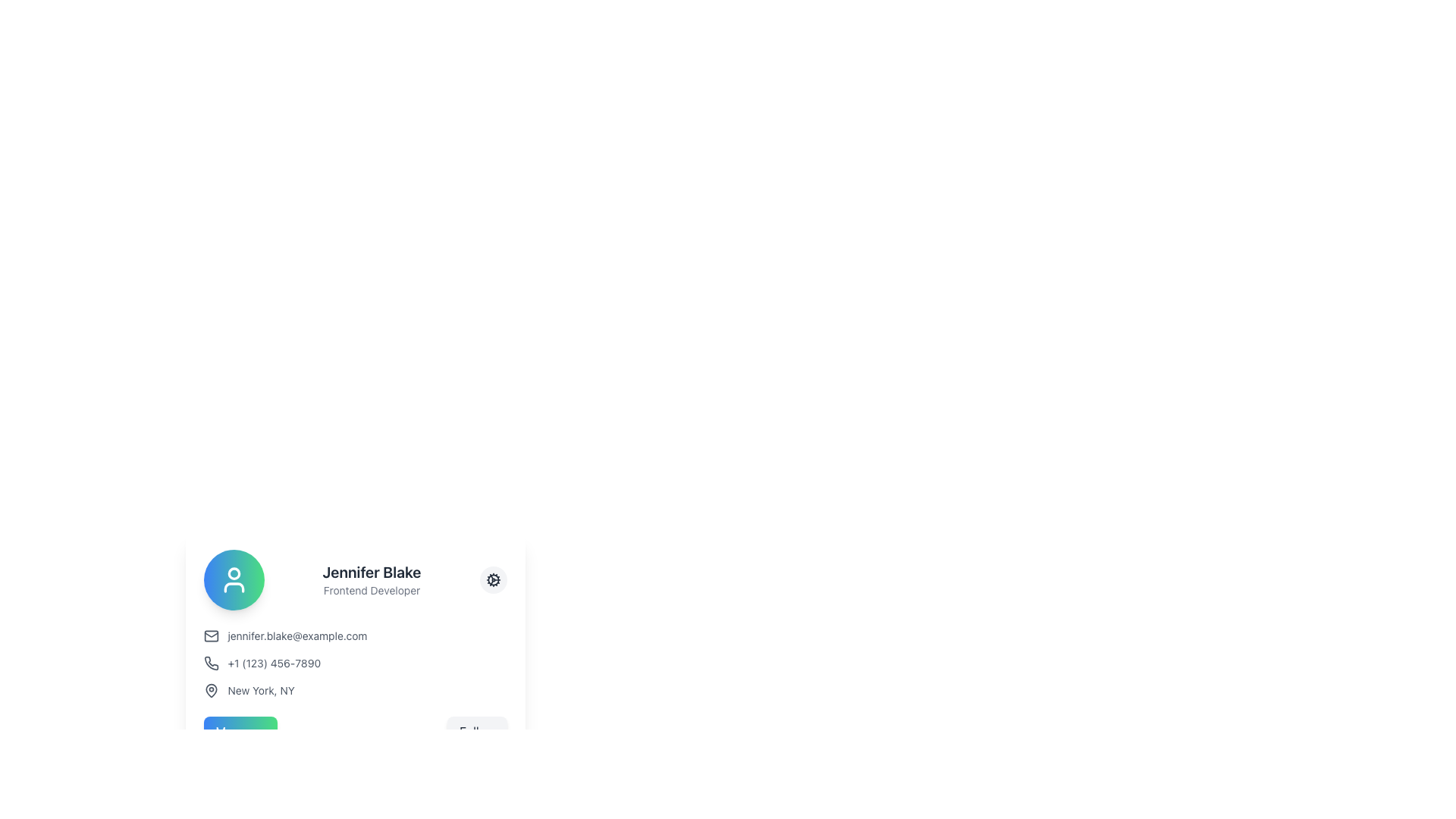  Describe the element at coordinates (210, 635) in the screenshot. I see `the envelope flap icon representing email, located in the contact details section next to the user's email address` at that location.